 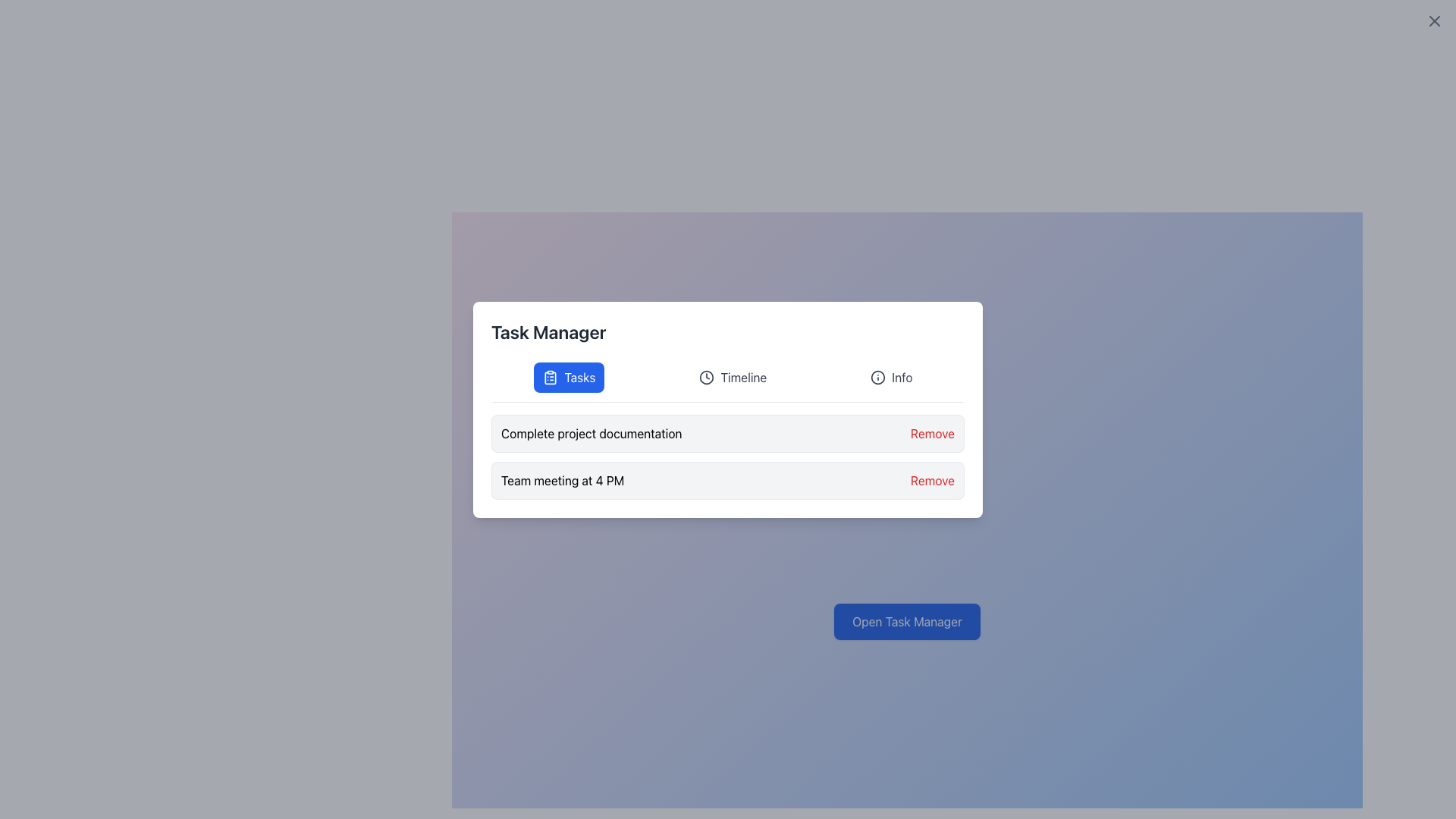 I want to click on the 'Remove' link in the first list item labeled 'Complete project documentation', so click(x=728, y=433).